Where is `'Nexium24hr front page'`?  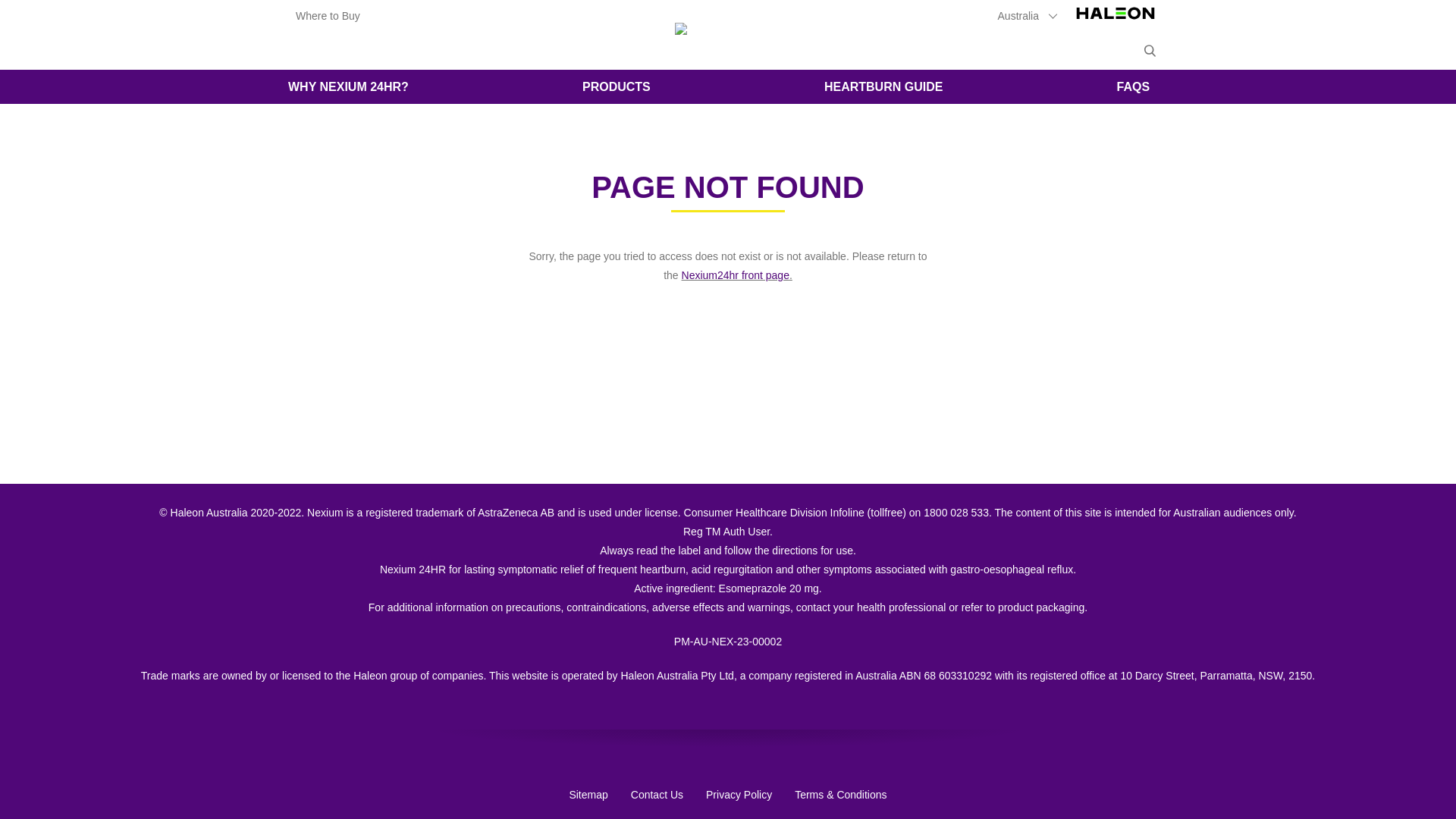
'Nexium24hr front page' is located at coordinates (735, 275).